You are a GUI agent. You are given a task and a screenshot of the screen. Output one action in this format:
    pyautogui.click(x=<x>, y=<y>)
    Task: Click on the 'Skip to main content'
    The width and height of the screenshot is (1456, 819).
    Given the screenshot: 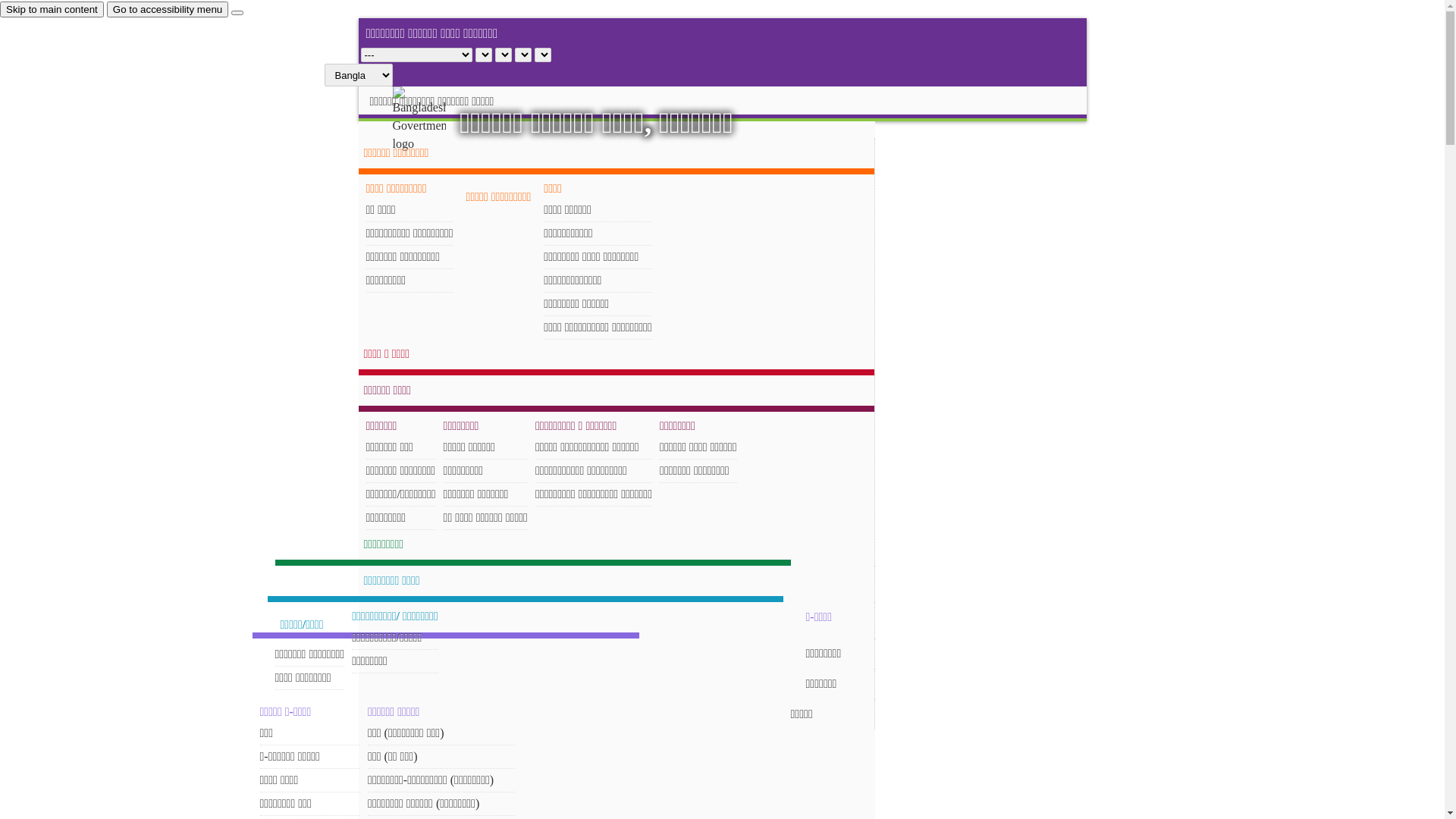 What is the action you would take?
    pyautogui.click(x=52, y=9)
    